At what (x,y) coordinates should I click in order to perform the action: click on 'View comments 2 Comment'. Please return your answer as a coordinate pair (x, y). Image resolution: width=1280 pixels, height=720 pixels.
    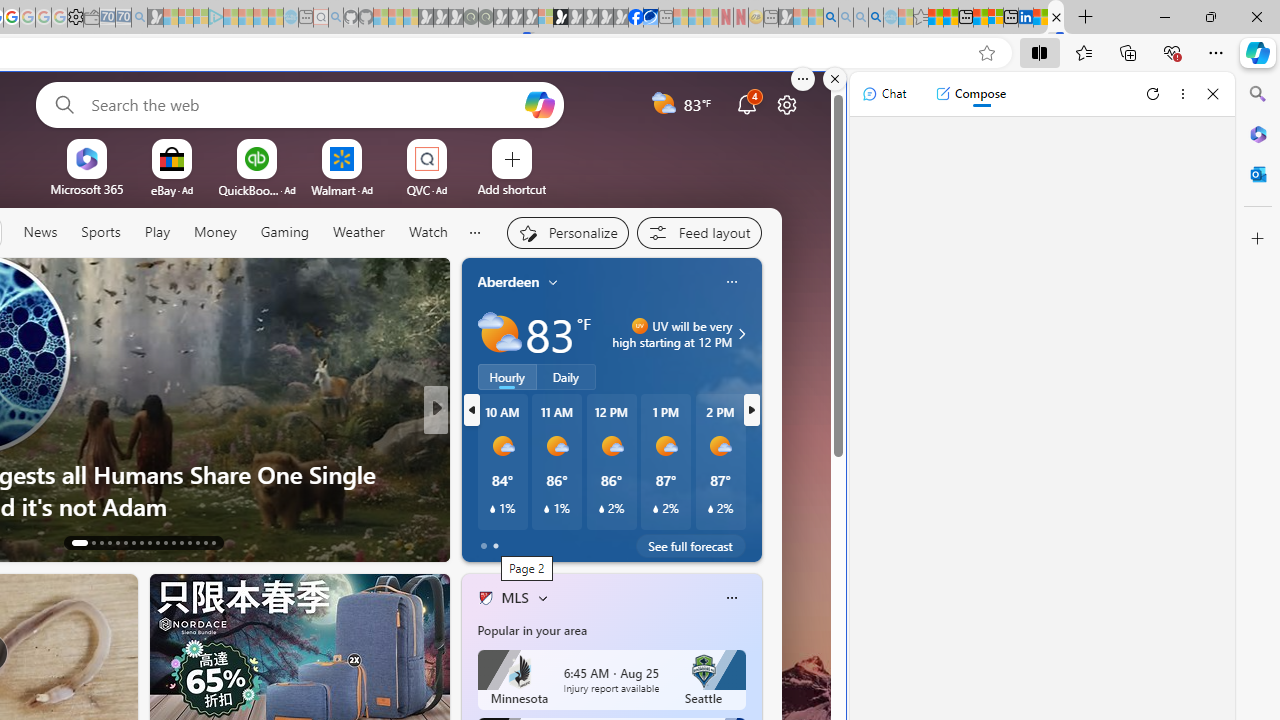
    Looking at the image, I should click on (567, 541).